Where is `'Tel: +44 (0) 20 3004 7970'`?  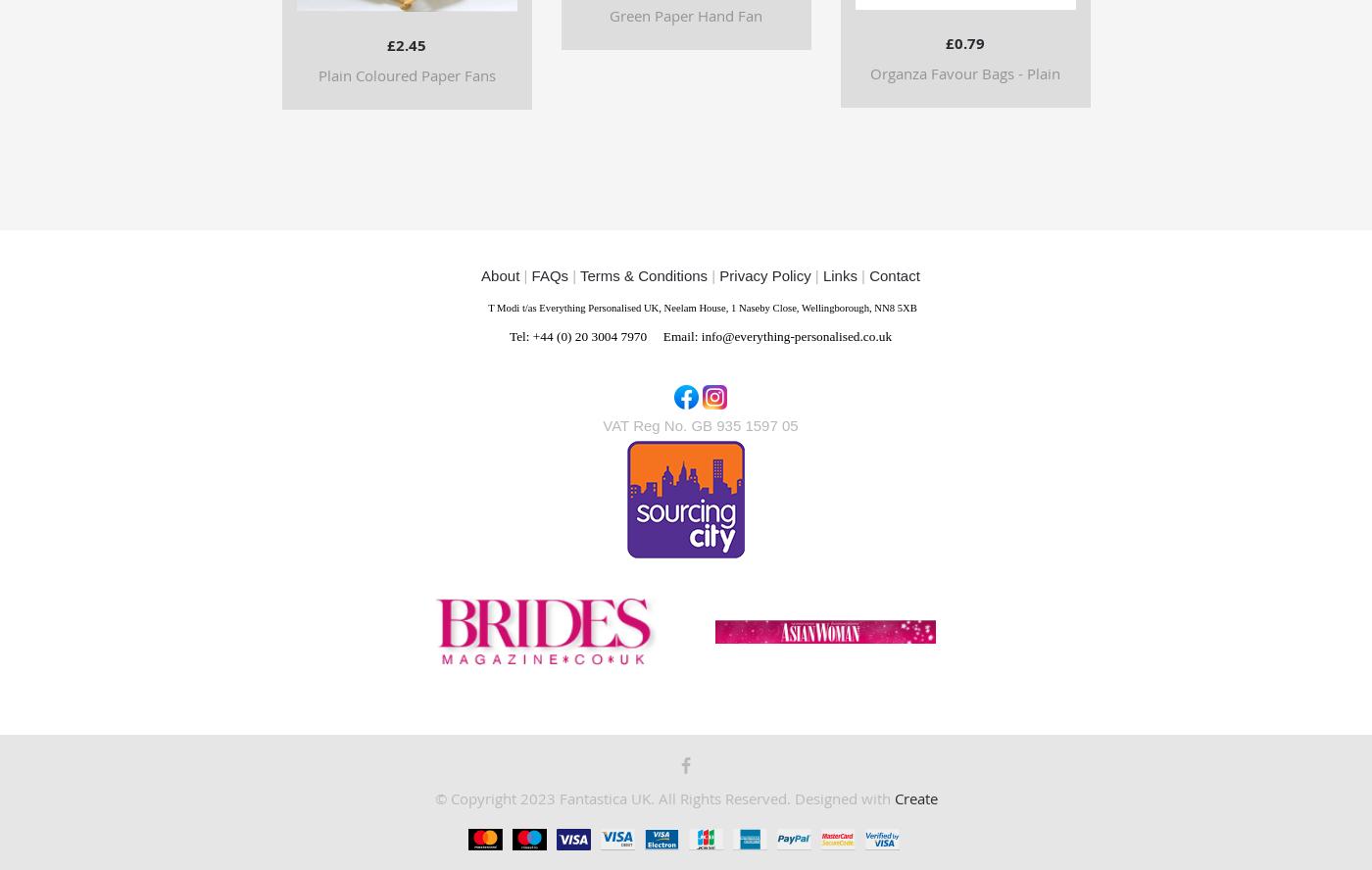
'Tel: +44 (0) 20 3004 7970' is located at coordinates (577, 336).